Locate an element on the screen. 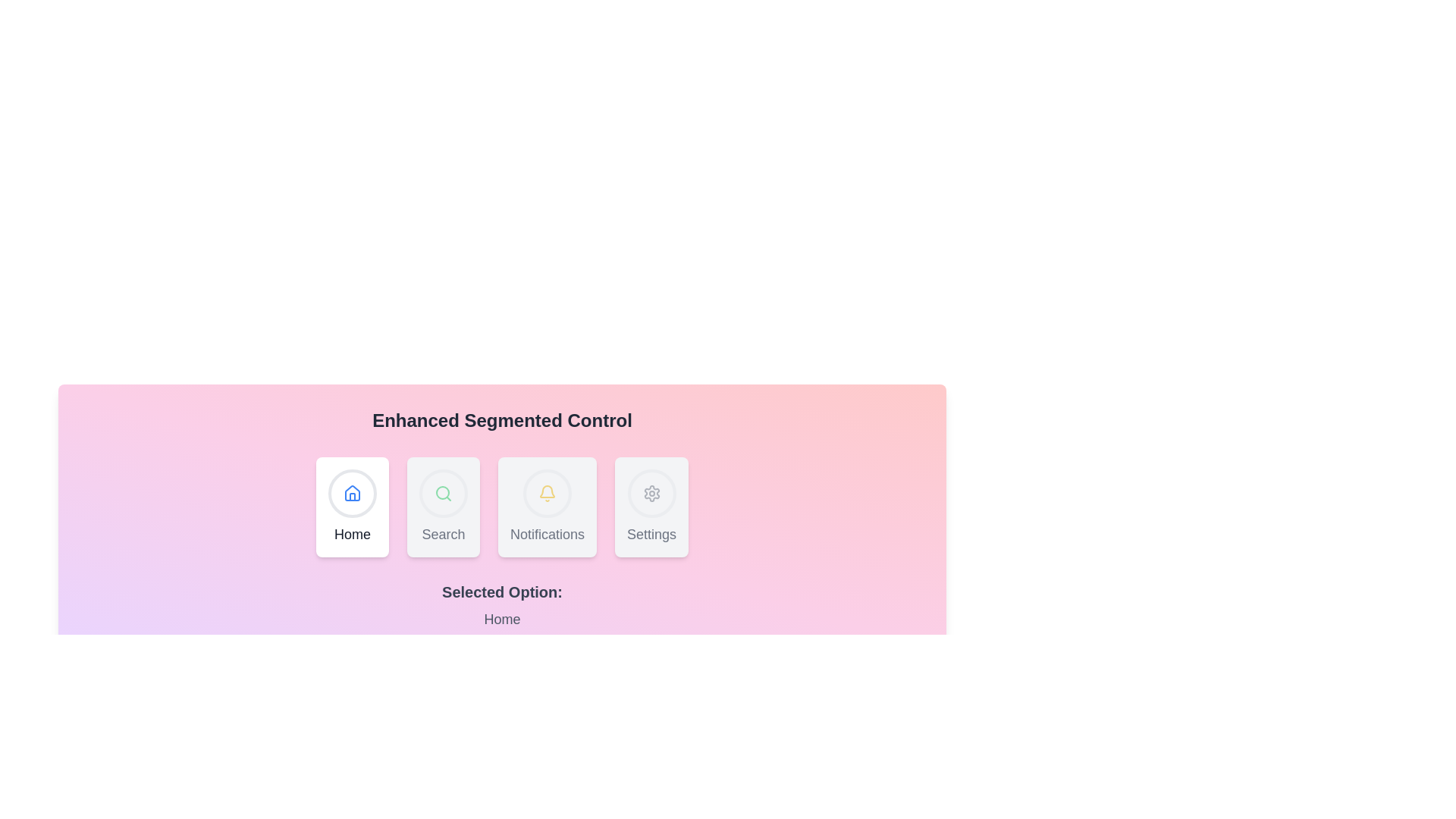 The height and width of the screenshot is (819, 1456). the 'Search' button with a magnifying glass icon, which is the second button in a row of four buttons, positioned between the 'Home' and 'Notifications' buttons is located at coordinates (443, 507).